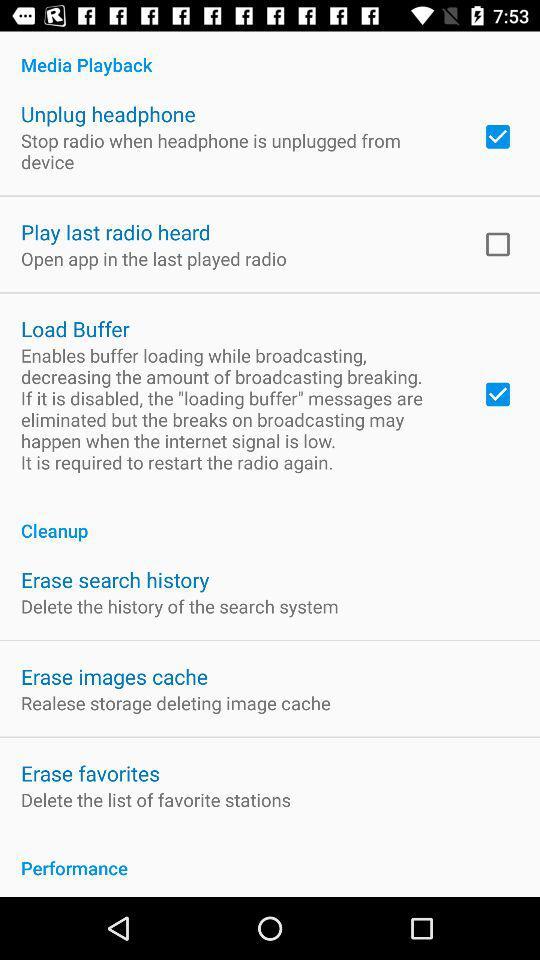  I want to click on icon above the erase search history icon, so click(270, 519).